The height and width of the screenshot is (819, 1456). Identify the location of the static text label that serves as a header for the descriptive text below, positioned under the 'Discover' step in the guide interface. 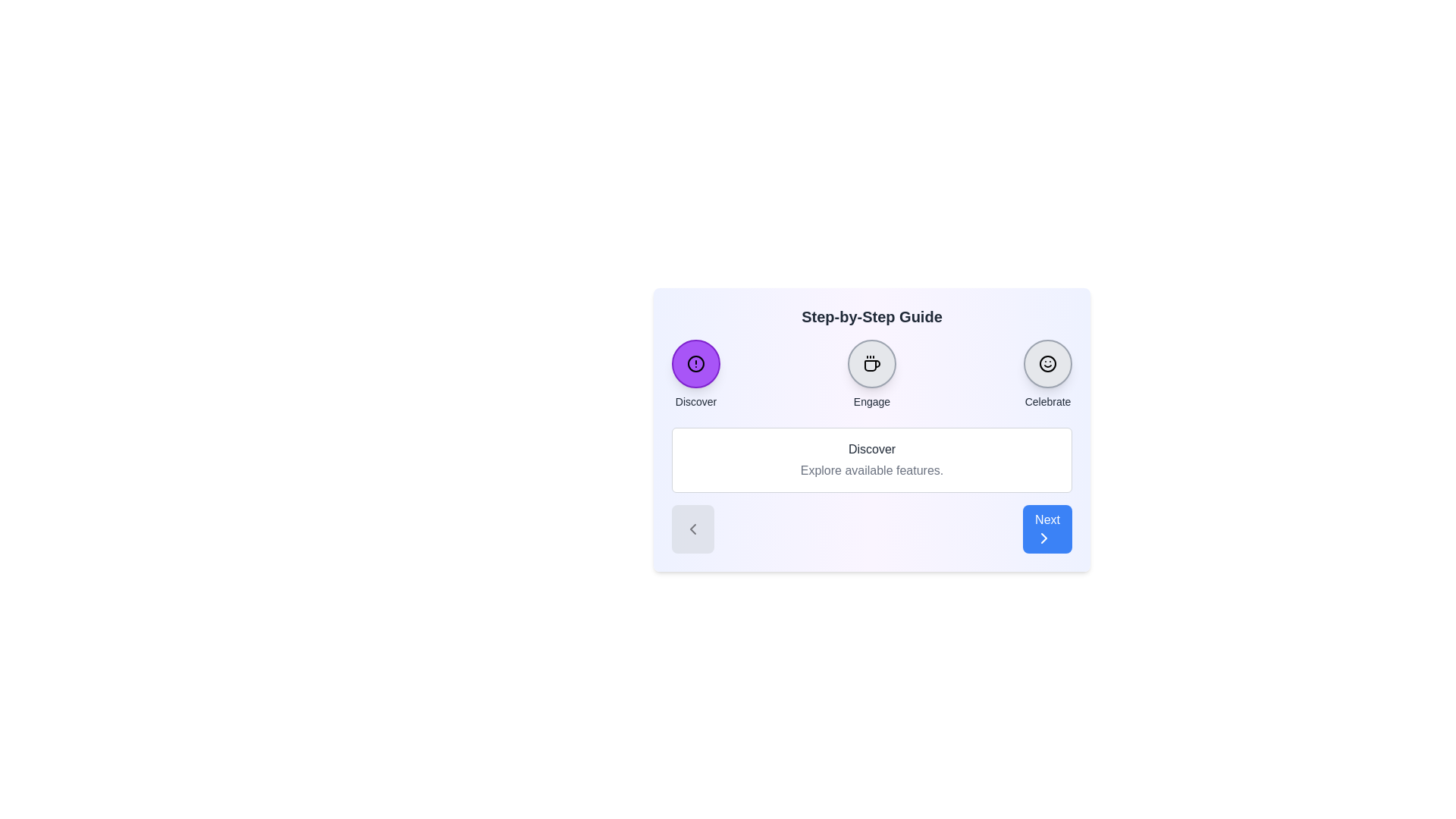
(872, 449).